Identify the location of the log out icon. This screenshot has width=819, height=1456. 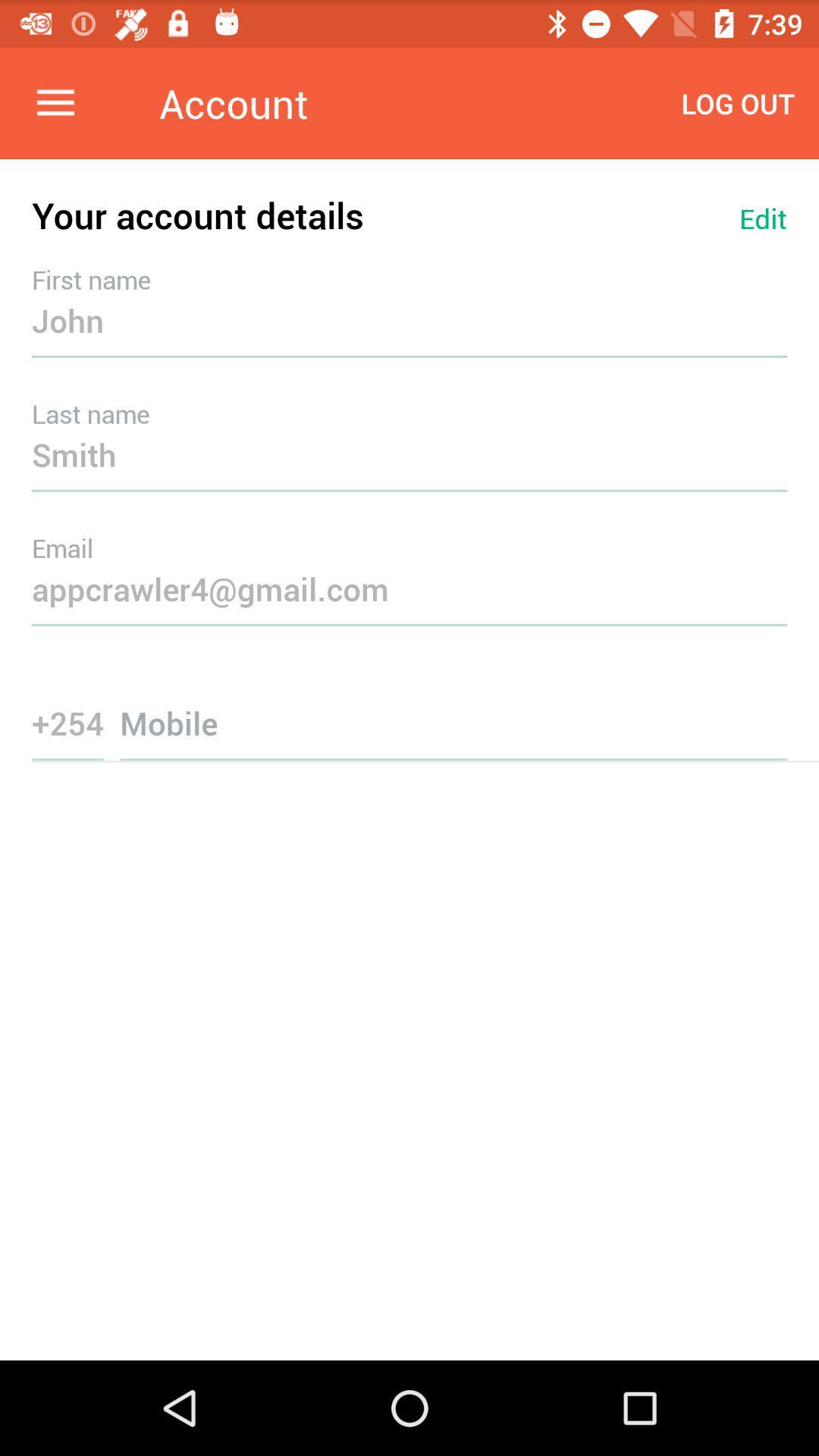
(737, 102).